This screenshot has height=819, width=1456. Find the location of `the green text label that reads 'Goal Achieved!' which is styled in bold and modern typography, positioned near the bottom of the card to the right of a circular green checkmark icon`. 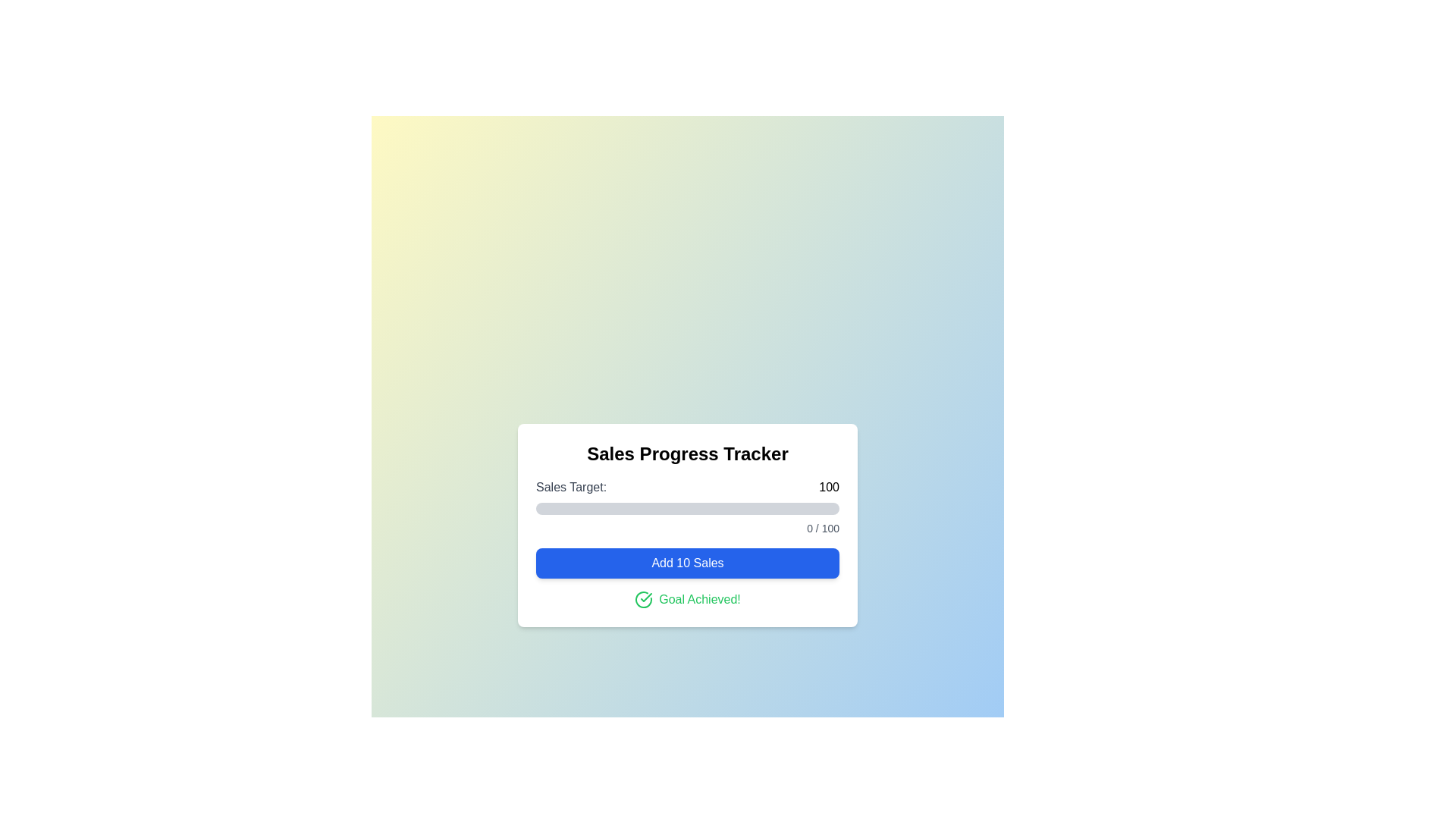

the green text label that reads 'Goal Achieved!' which is styled in bold and modern typography, positioned near the bottom of the card to the right of a circular green checkmark icon is located at coordinates (698, 598).